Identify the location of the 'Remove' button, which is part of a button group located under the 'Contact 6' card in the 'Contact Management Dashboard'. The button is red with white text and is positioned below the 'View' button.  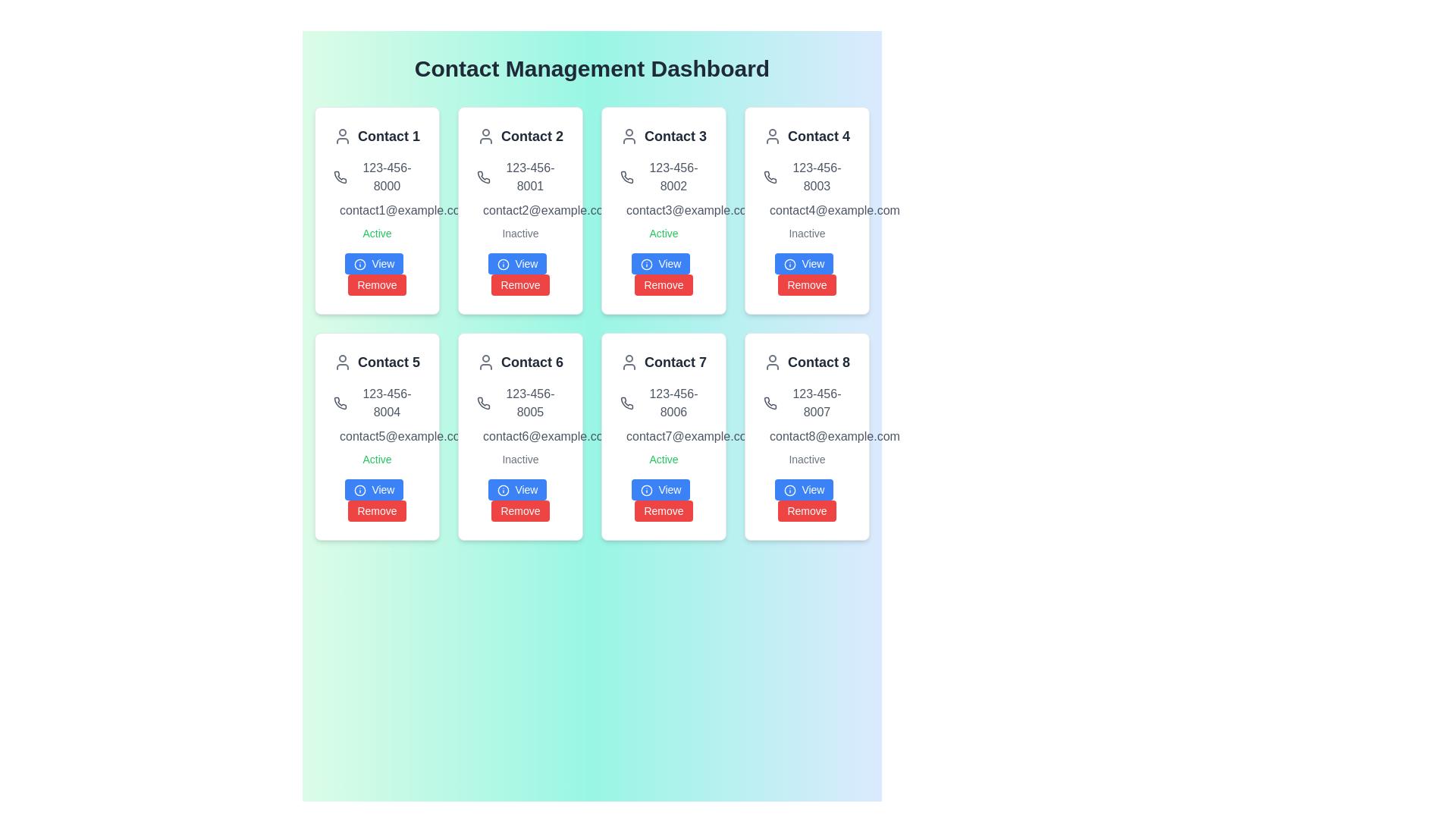
(520, 500).